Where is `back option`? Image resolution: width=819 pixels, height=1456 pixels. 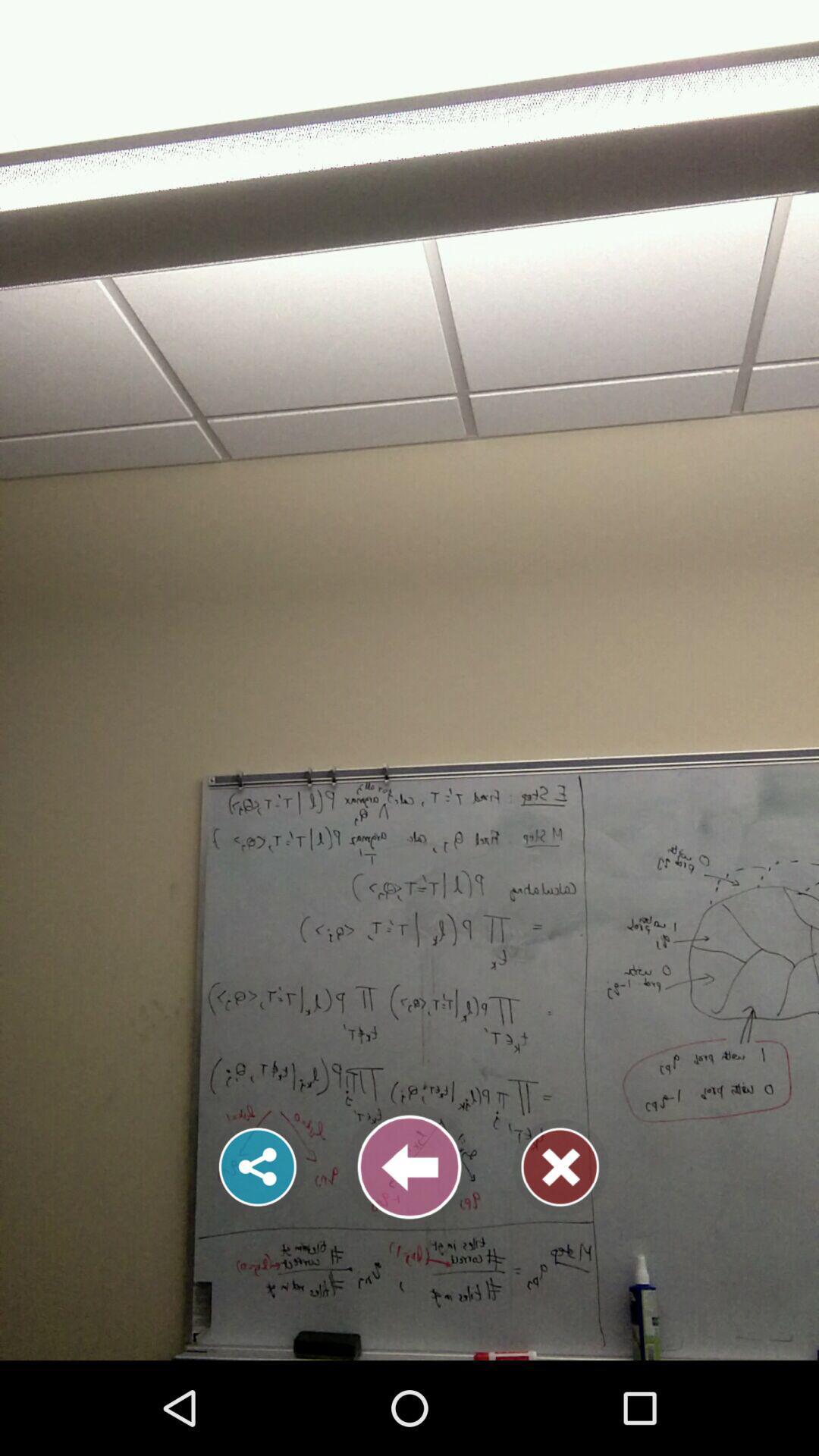 back option is located at coordinates (409, 1166).